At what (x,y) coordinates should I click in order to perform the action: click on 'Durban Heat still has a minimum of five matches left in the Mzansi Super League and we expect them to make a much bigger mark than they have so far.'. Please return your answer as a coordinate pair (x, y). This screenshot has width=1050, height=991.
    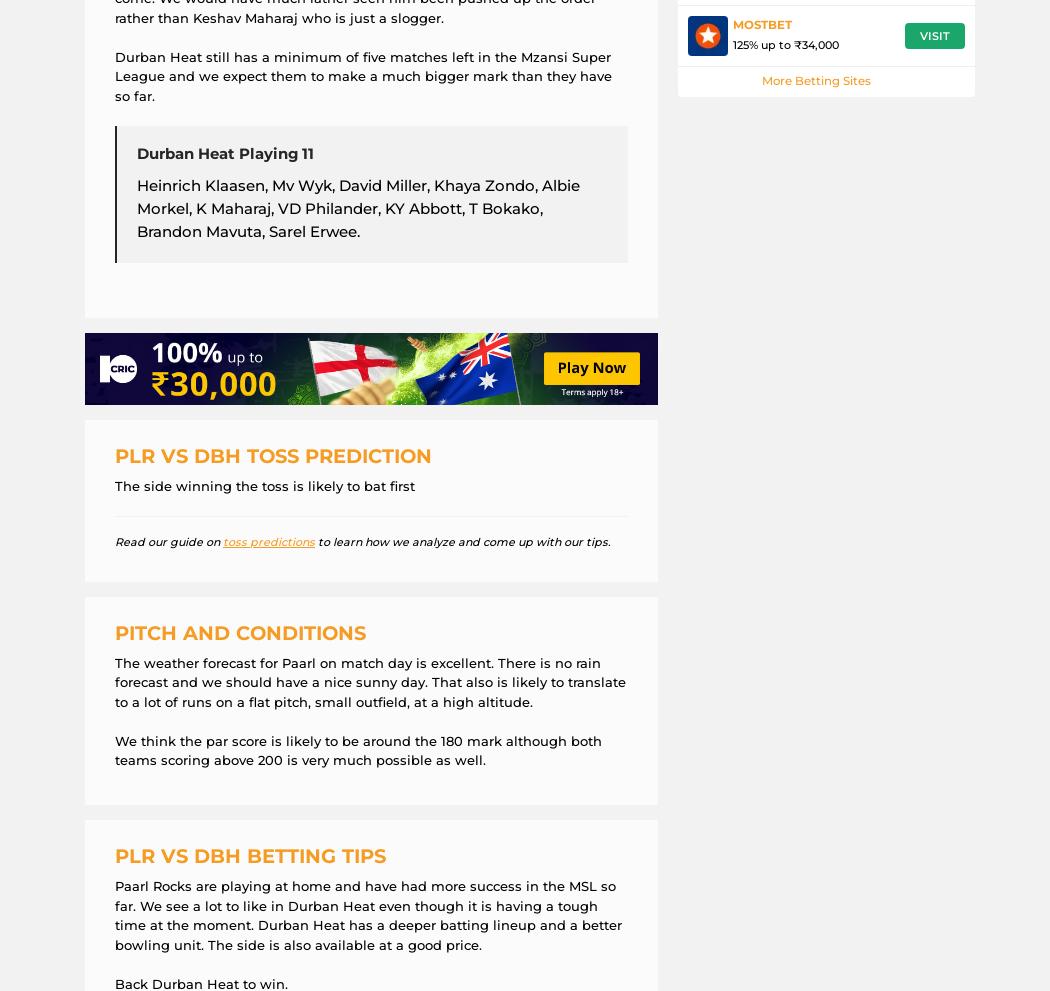
    Looking at the image, I should click on (113, 75).